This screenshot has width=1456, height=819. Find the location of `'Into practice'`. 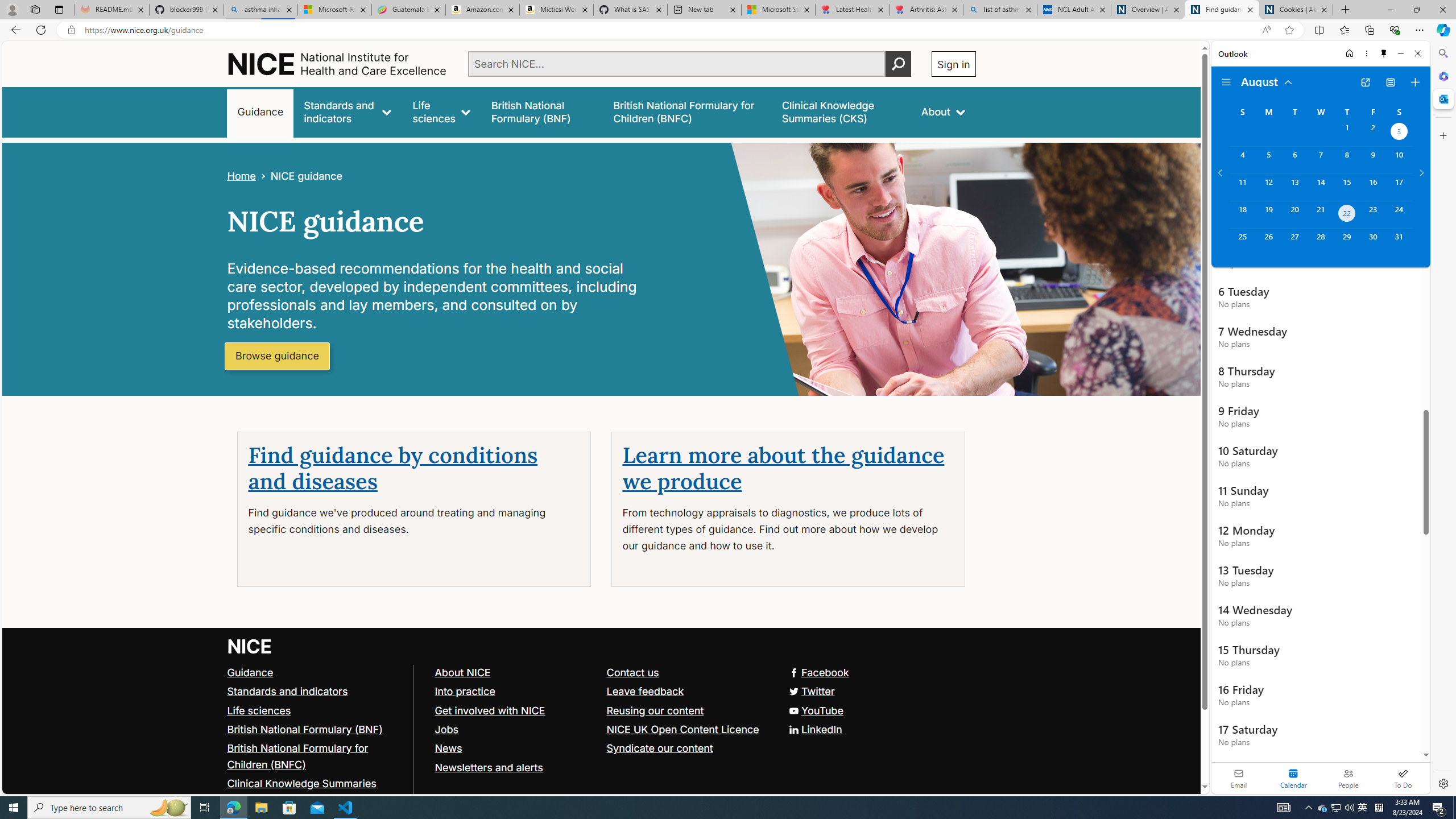

'Into practice' is located at coordinates (464, 690).